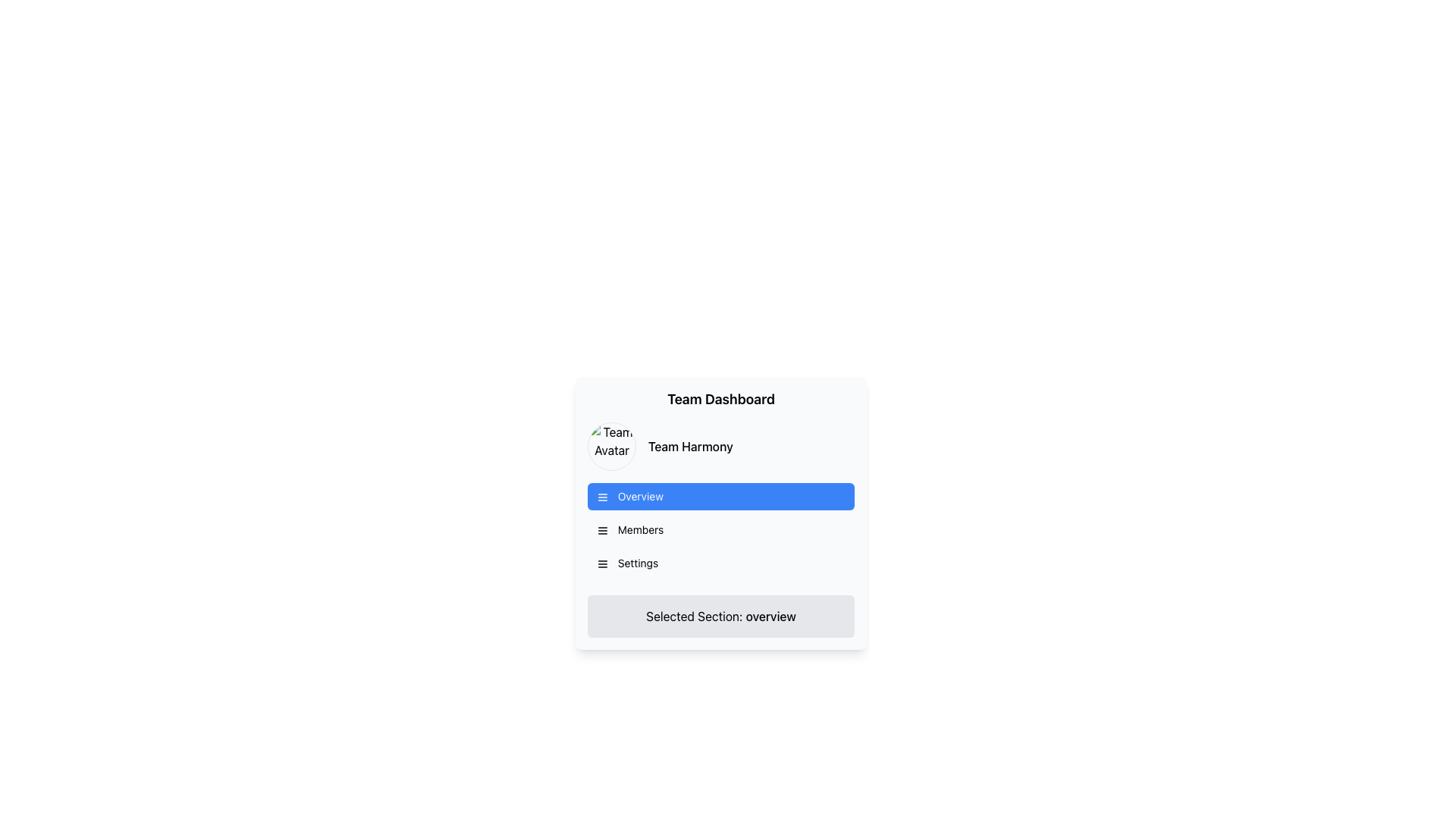 The width and height of the screenshot is (1456, 819). I want to click on the 'Settings' menu item in the sidebar, so click(720, 563).